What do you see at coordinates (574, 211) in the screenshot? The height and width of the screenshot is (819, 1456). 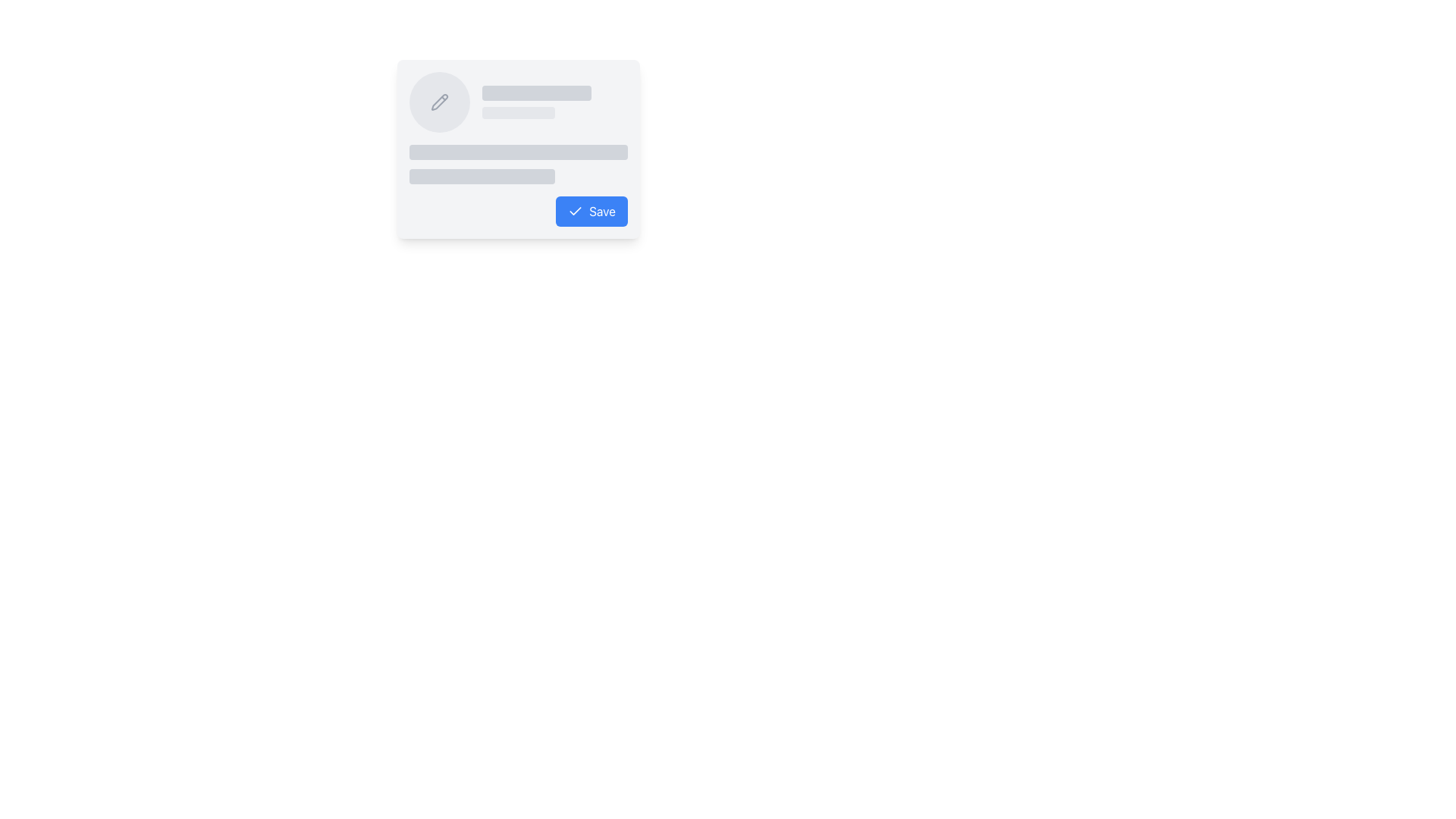 I see `the checkmark icon located to the left of the 'Save' text within the Save button in the lower section of the card interface, indicating confirmation or success` at bounding box center [574, 211].